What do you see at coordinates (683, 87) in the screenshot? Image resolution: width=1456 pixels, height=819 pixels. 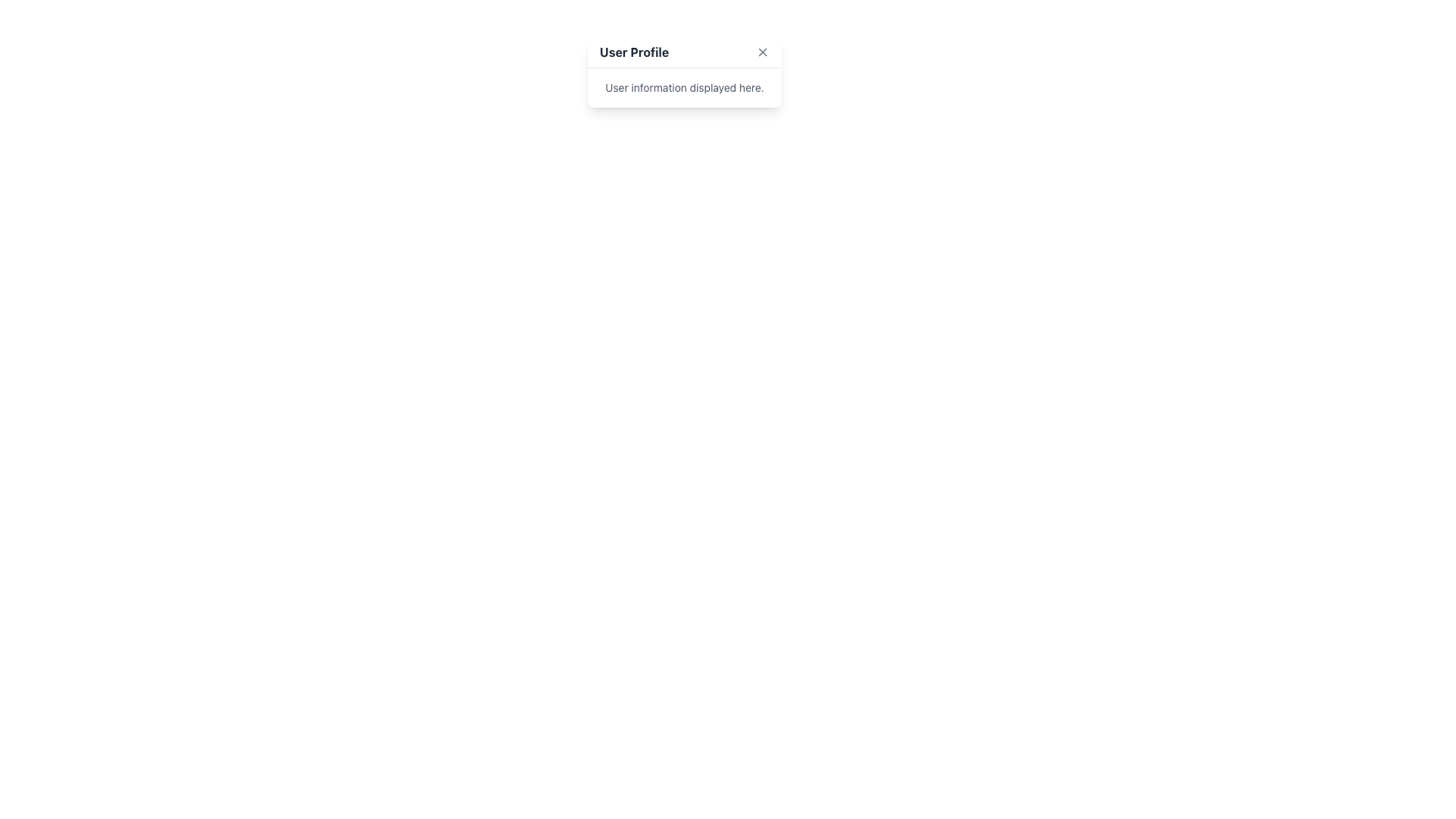 I see `the text label that displays 'User information displayed here.' located below the 'User Profile' title` at bounding box center [683, 87].